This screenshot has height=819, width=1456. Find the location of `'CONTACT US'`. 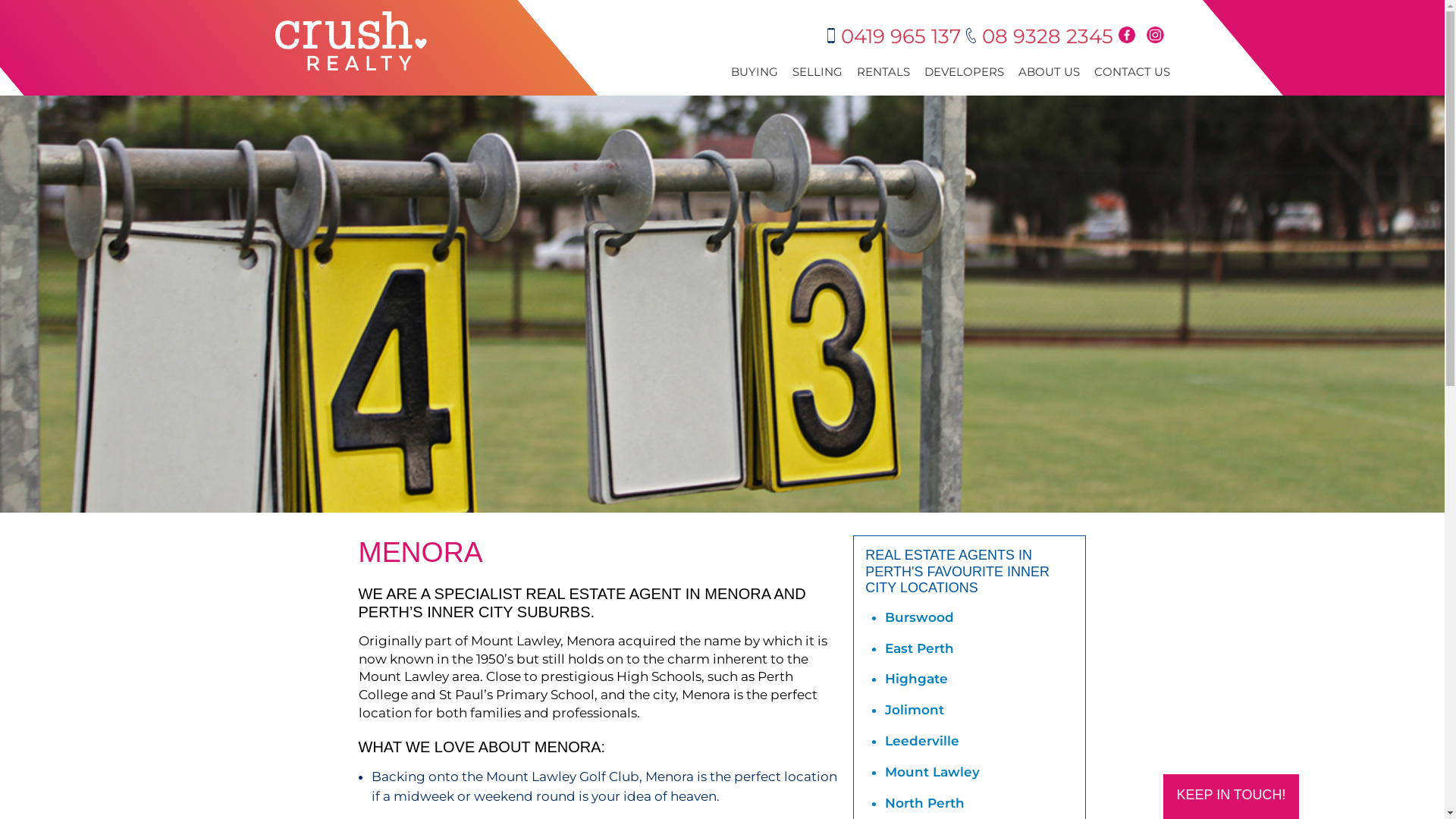

'CONTACT US' is located at coordinates (1131, 73).